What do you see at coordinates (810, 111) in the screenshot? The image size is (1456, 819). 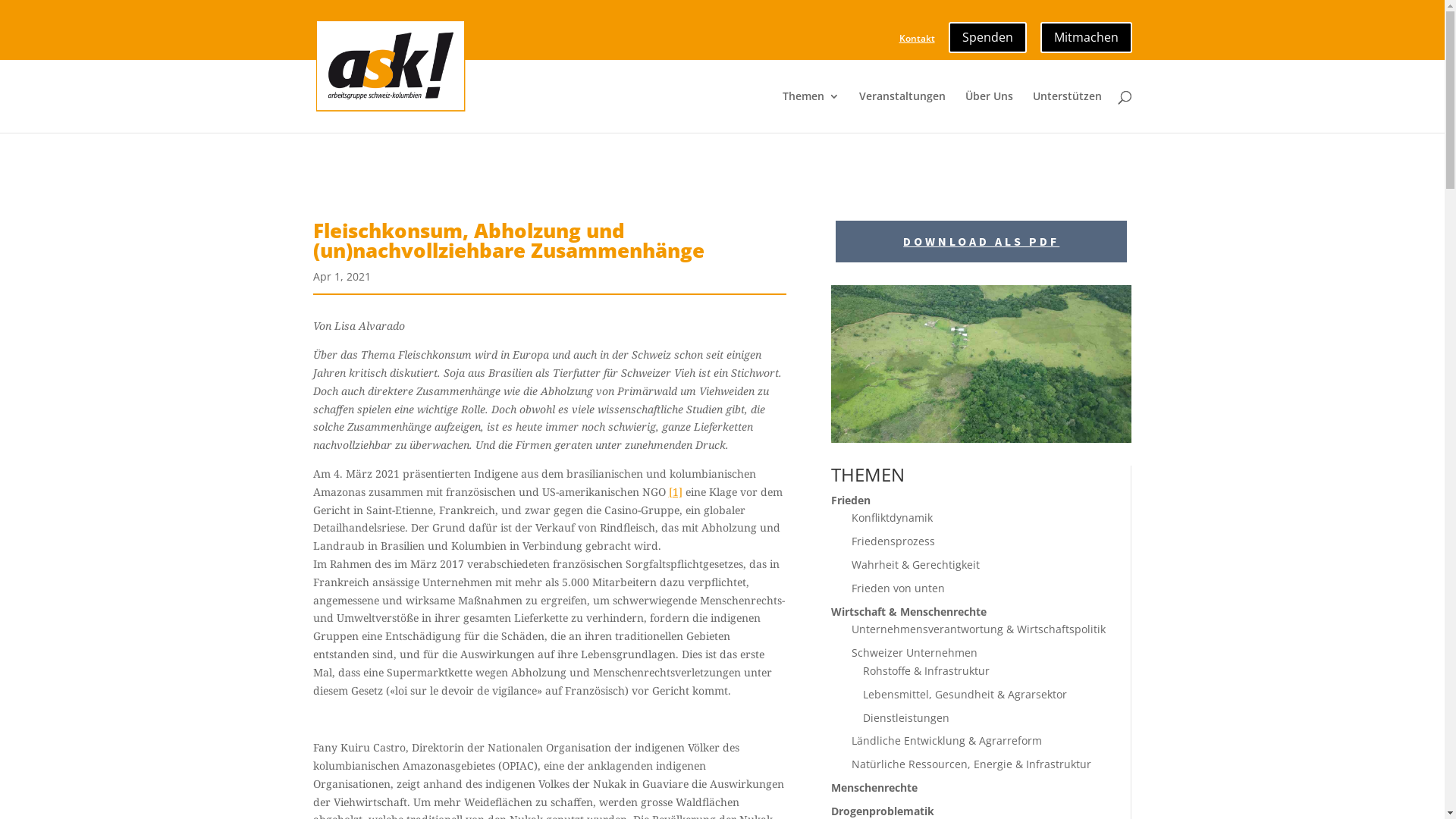 I see `'Themen'` at bounding box center [810, 111].